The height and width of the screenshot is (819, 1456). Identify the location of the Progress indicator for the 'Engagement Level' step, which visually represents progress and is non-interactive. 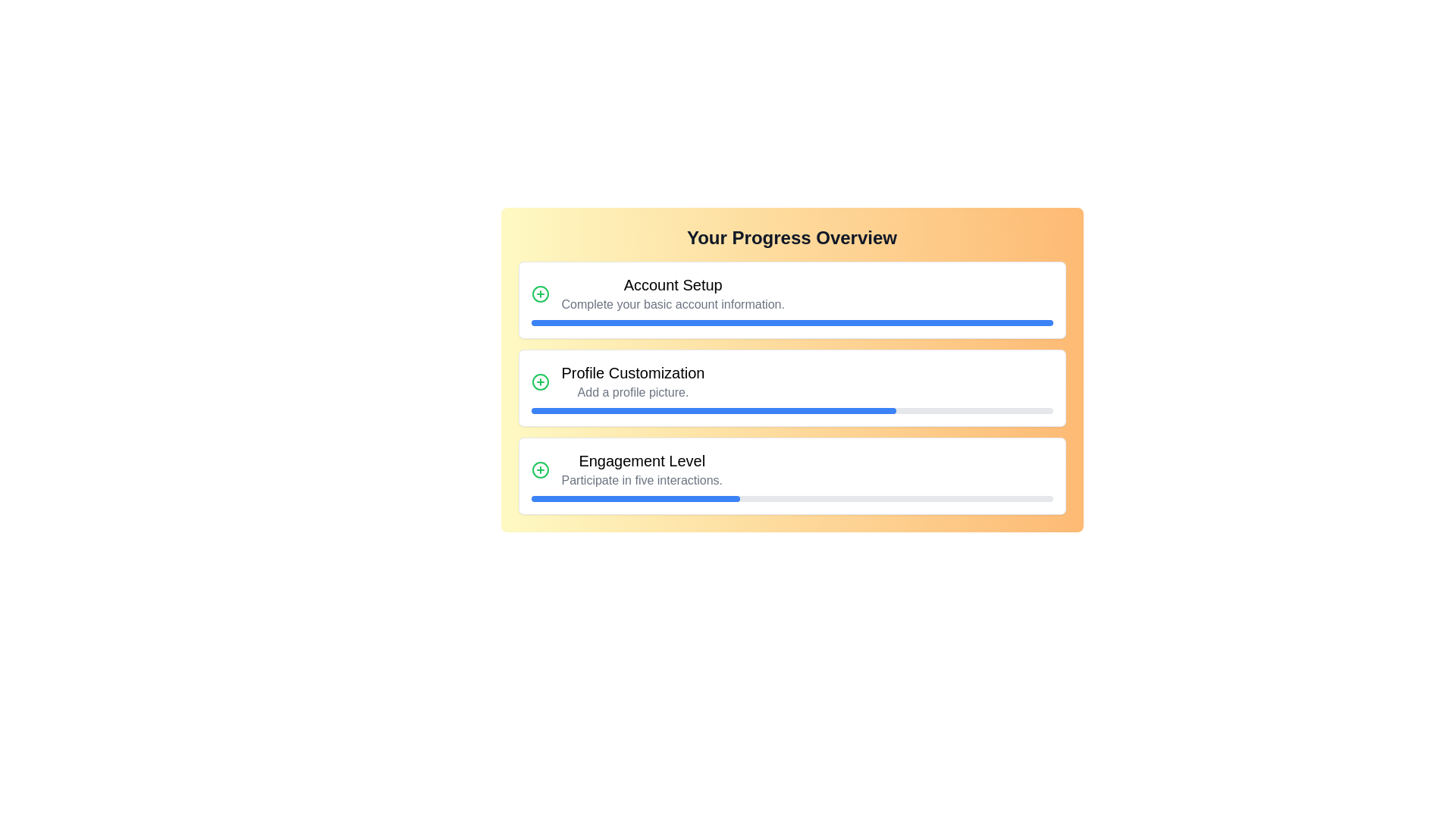
(635, 499).